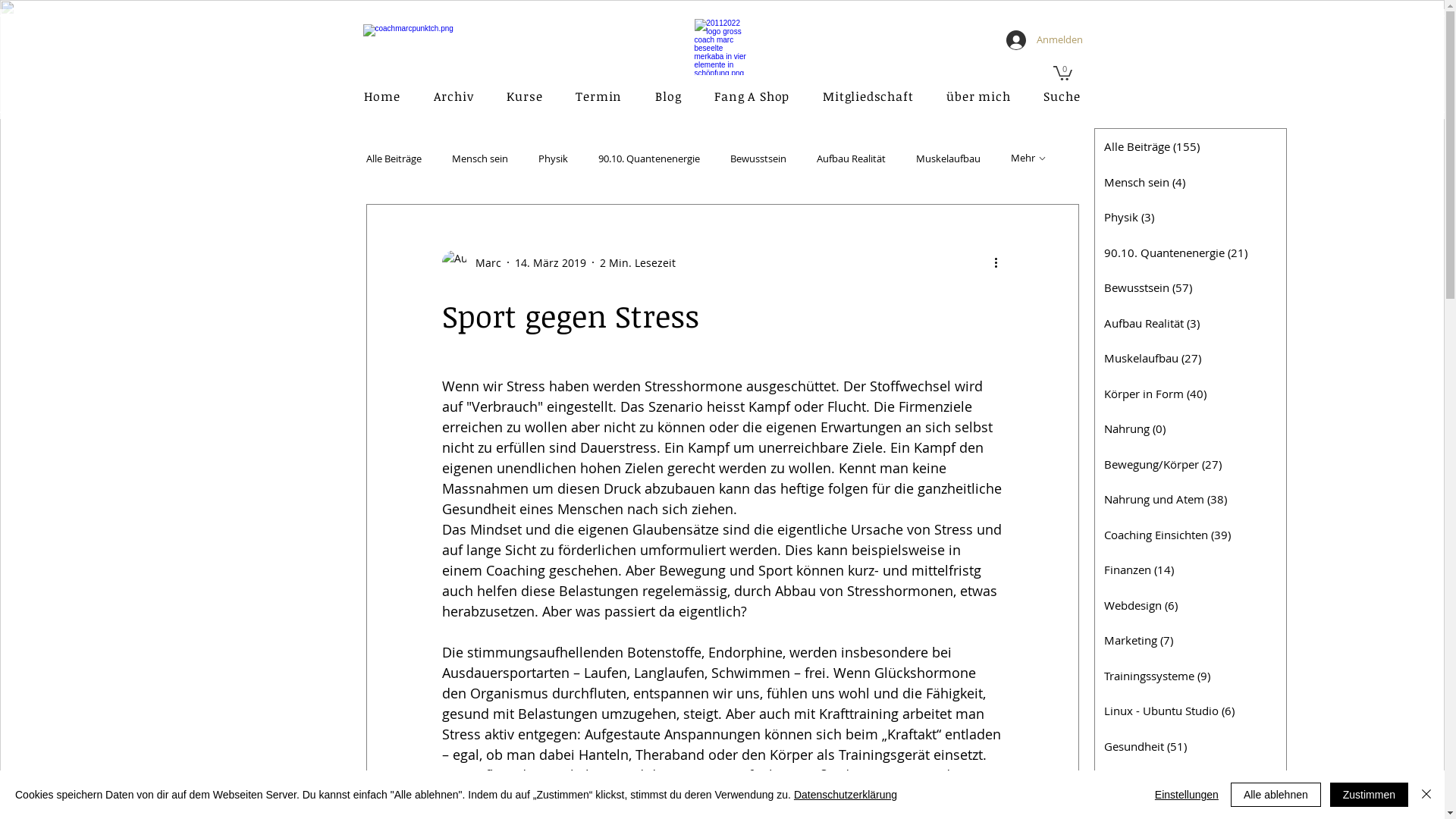  What do you see at coordinates (757, 158) in the screenshot?
I see `'Bewusstsein'` at bounding box center [757, 158].